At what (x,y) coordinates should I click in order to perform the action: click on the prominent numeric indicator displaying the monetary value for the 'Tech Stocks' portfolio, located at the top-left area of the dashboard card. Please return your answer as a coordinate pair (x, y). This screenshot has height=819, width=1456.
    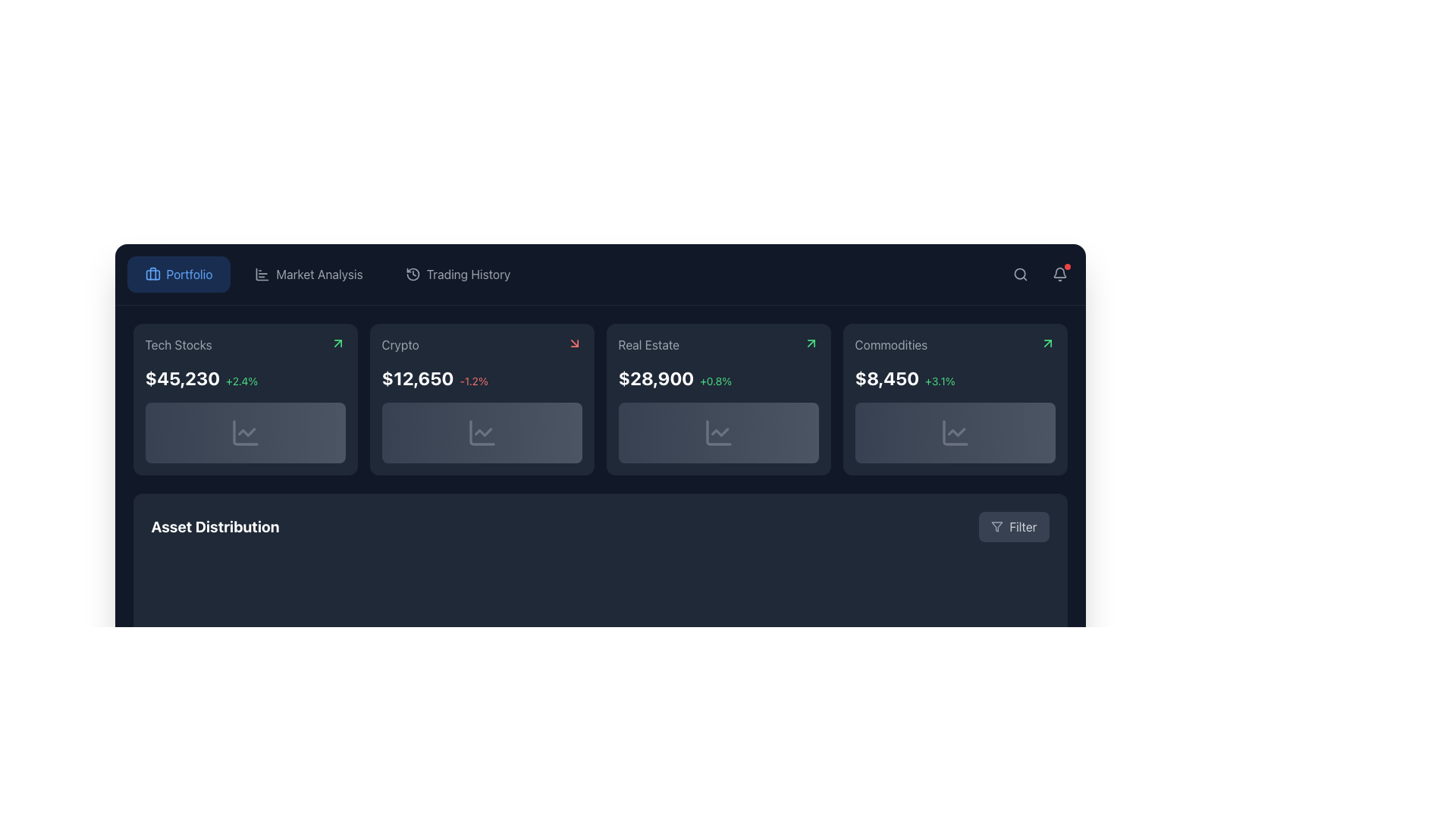
    Looking at the image, I should click on (182, 377).